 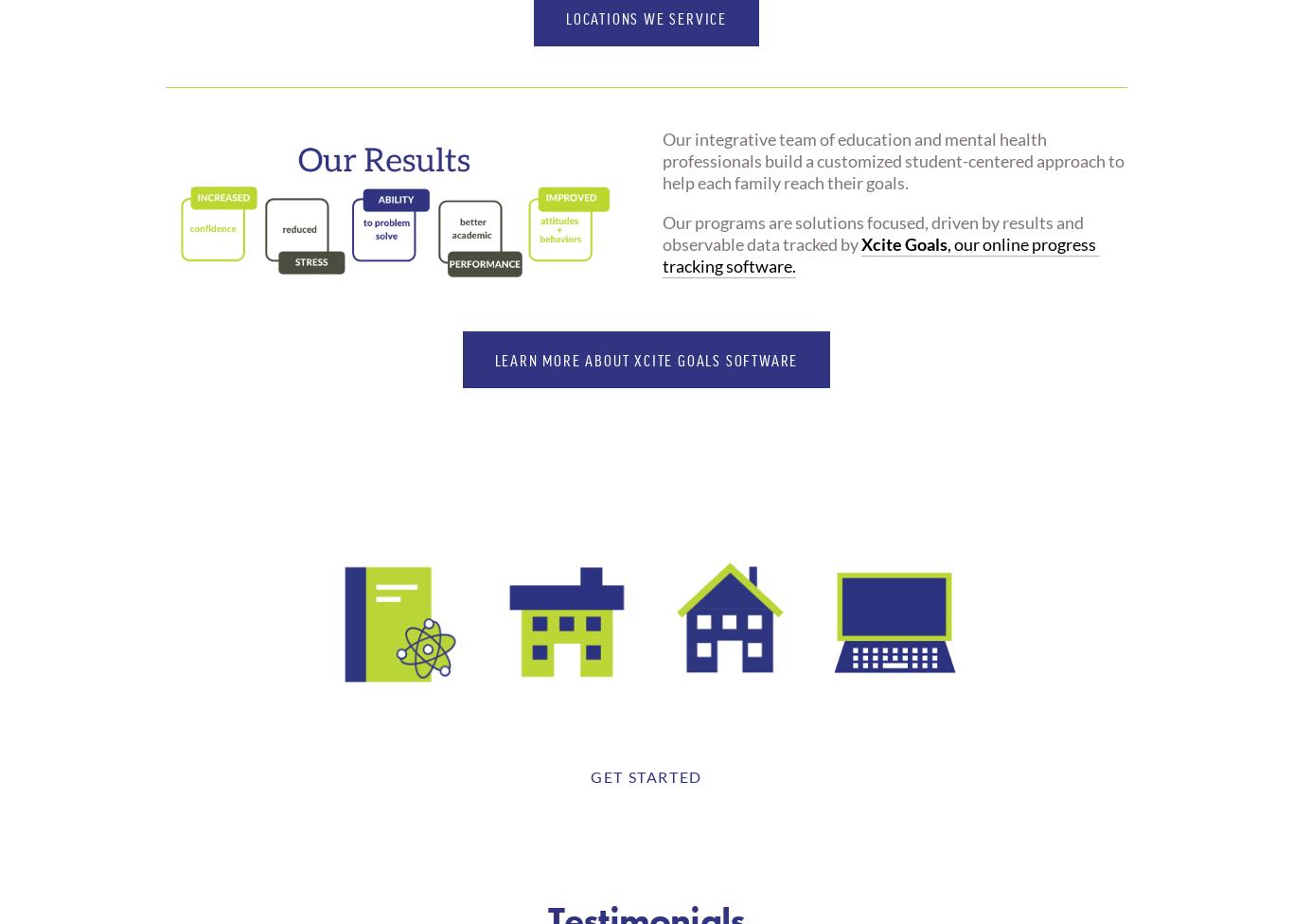 What do you see at coordinates (904, 243) in the screenshot?
I see `'Xcite Goals'` at bounding box center [904, 243].